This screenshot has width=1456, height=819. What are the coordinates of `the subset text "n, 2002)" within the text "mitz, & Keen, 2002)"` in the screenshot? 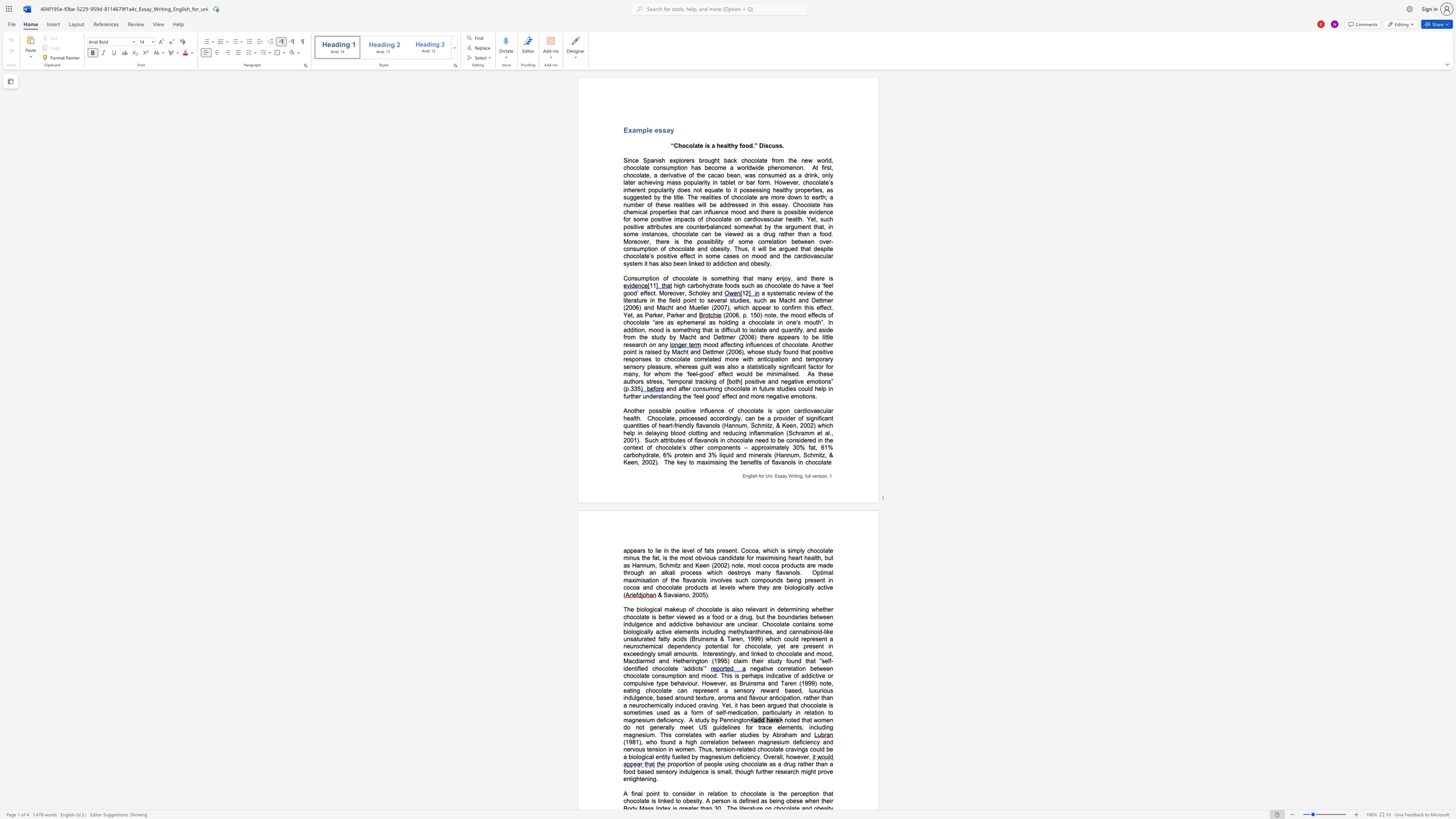 It's located at (634, 462).